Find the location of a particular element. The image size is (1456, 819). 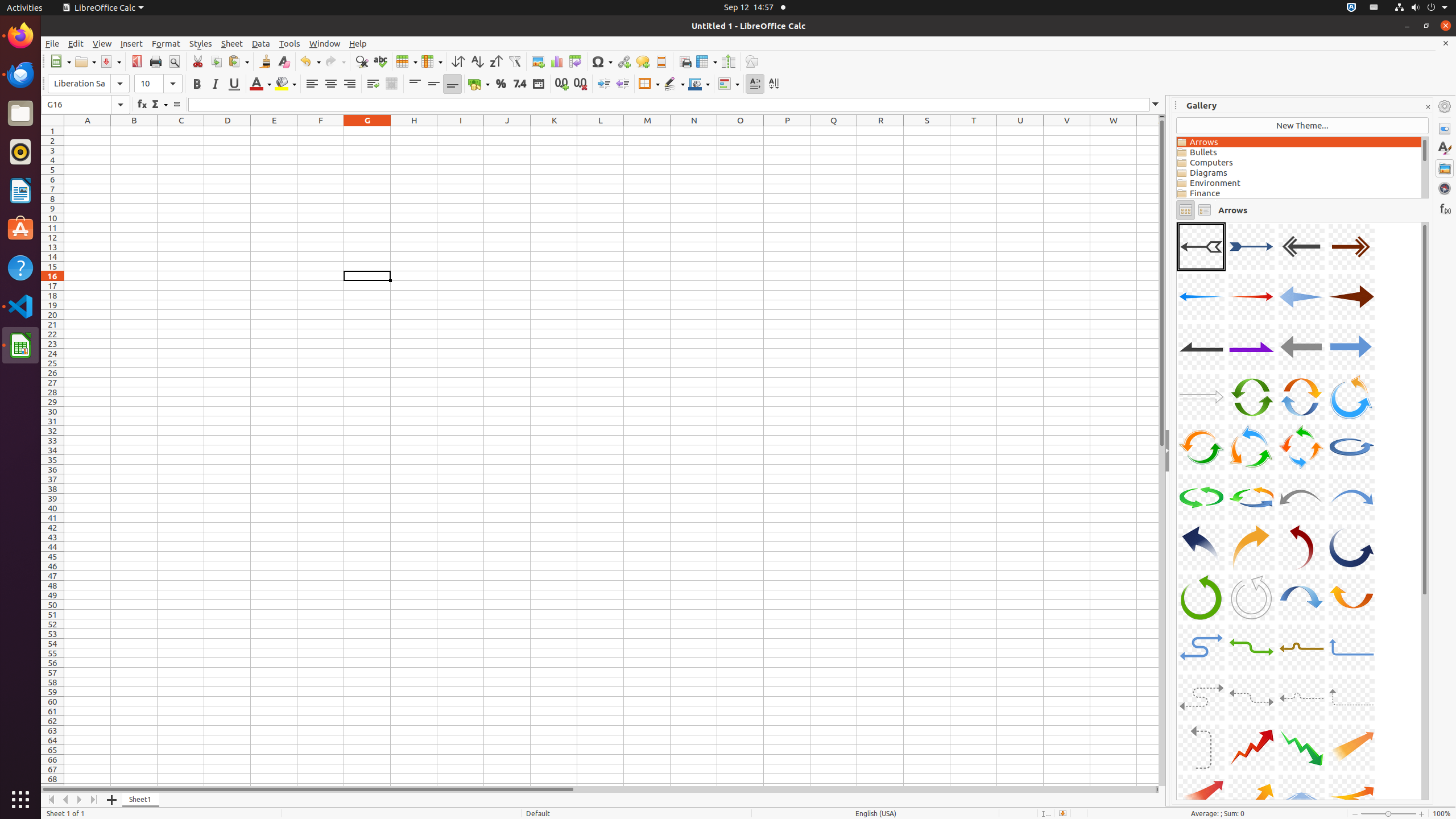

'Q1' is located at coordinates (834, 130).